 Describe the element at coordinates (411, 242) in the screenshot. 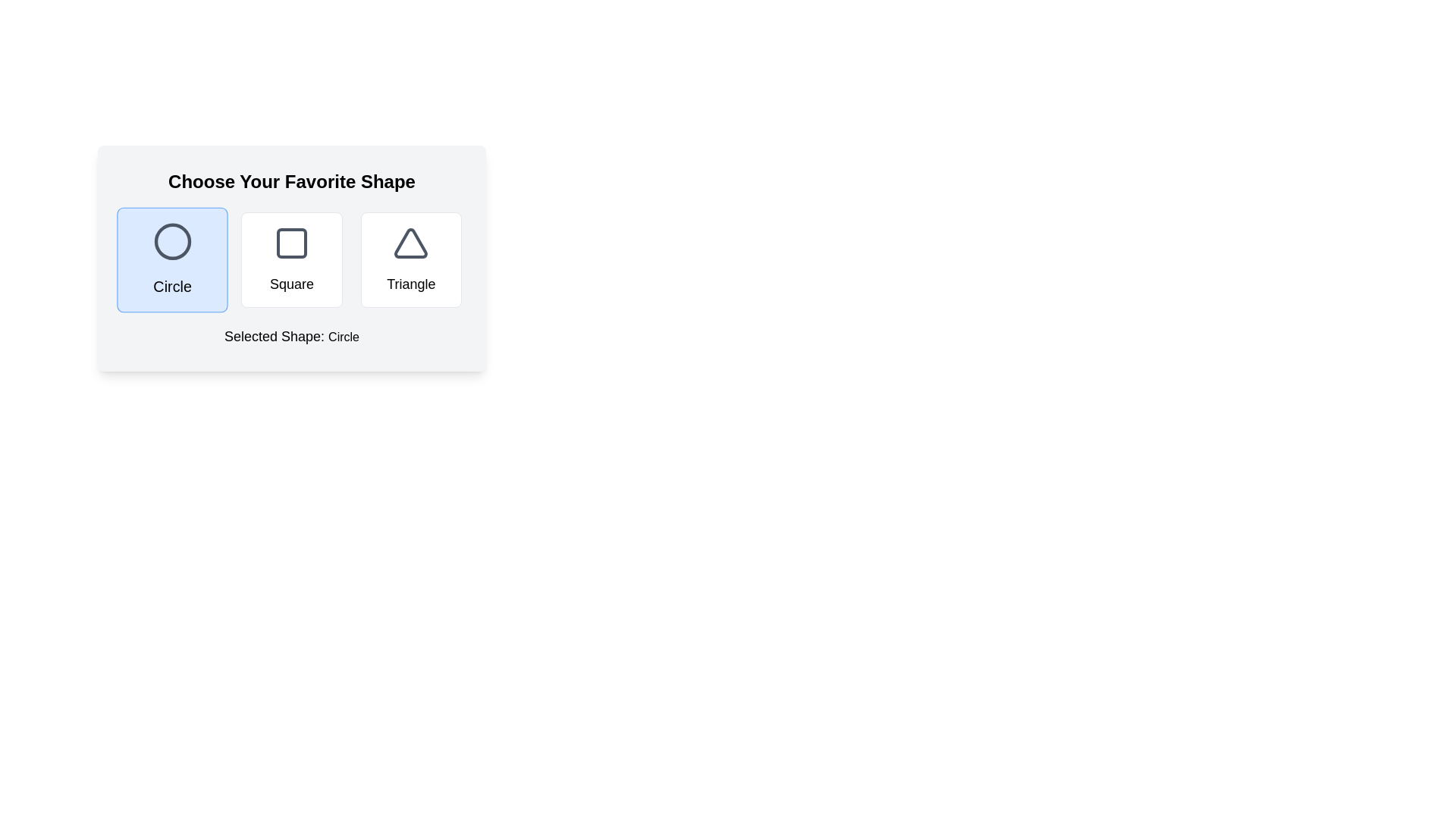

I see `the triangular SVG icon in the third card from the left in the shape selection interface, which is located above the text label 'Triangle'` at that location.